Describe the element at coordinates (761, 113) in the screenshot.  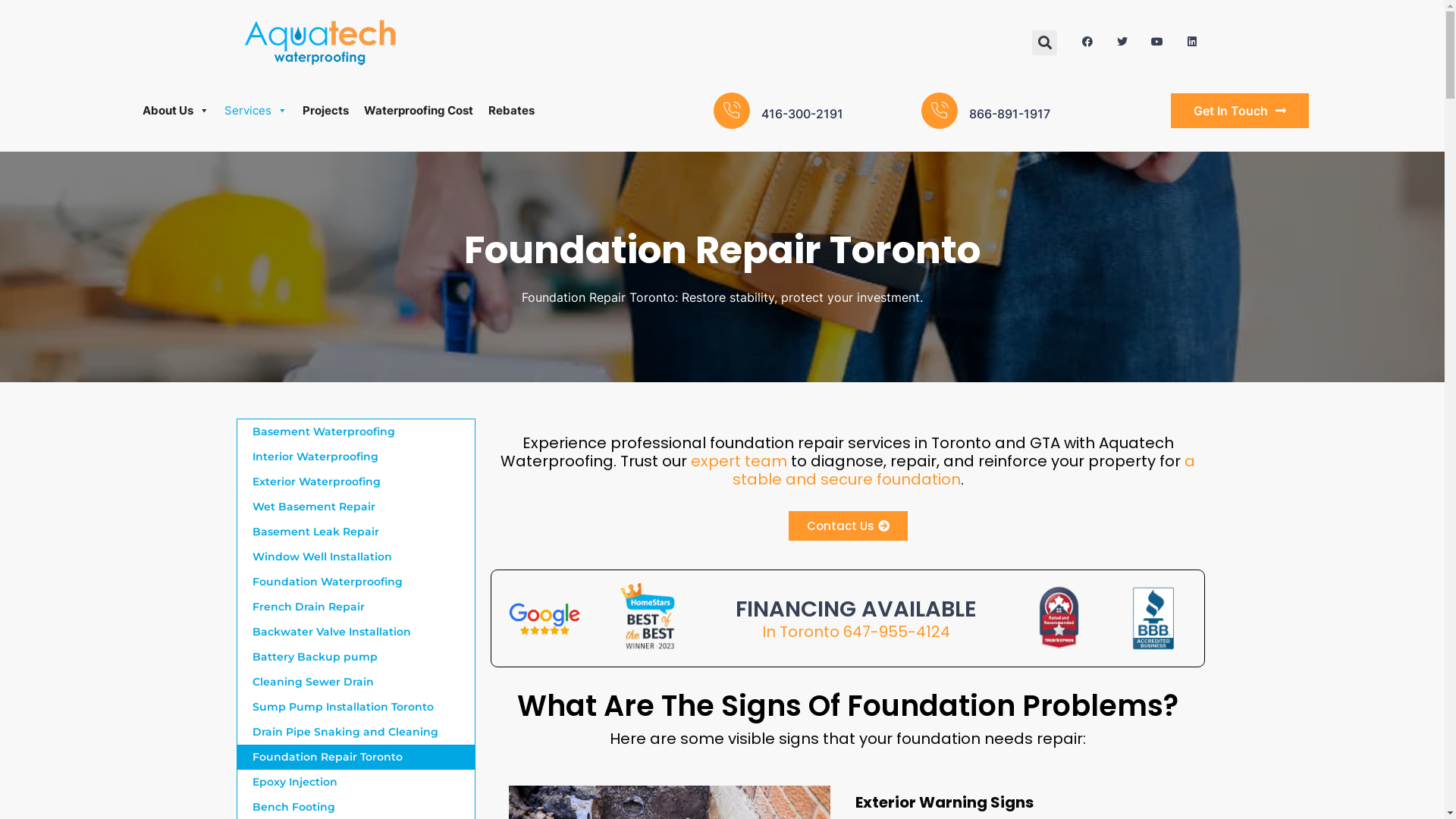
I see `'416-300-2191'` at that location.